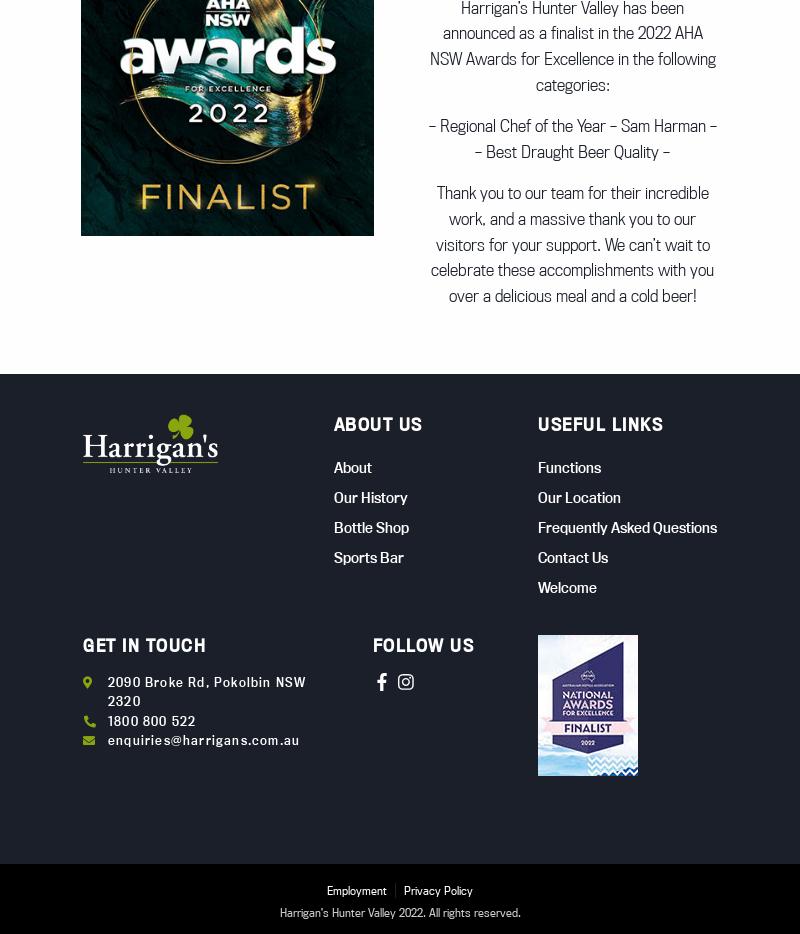 This screenshot has width=800, height=934. I want to click on 'Our Location', so click(578, 495).